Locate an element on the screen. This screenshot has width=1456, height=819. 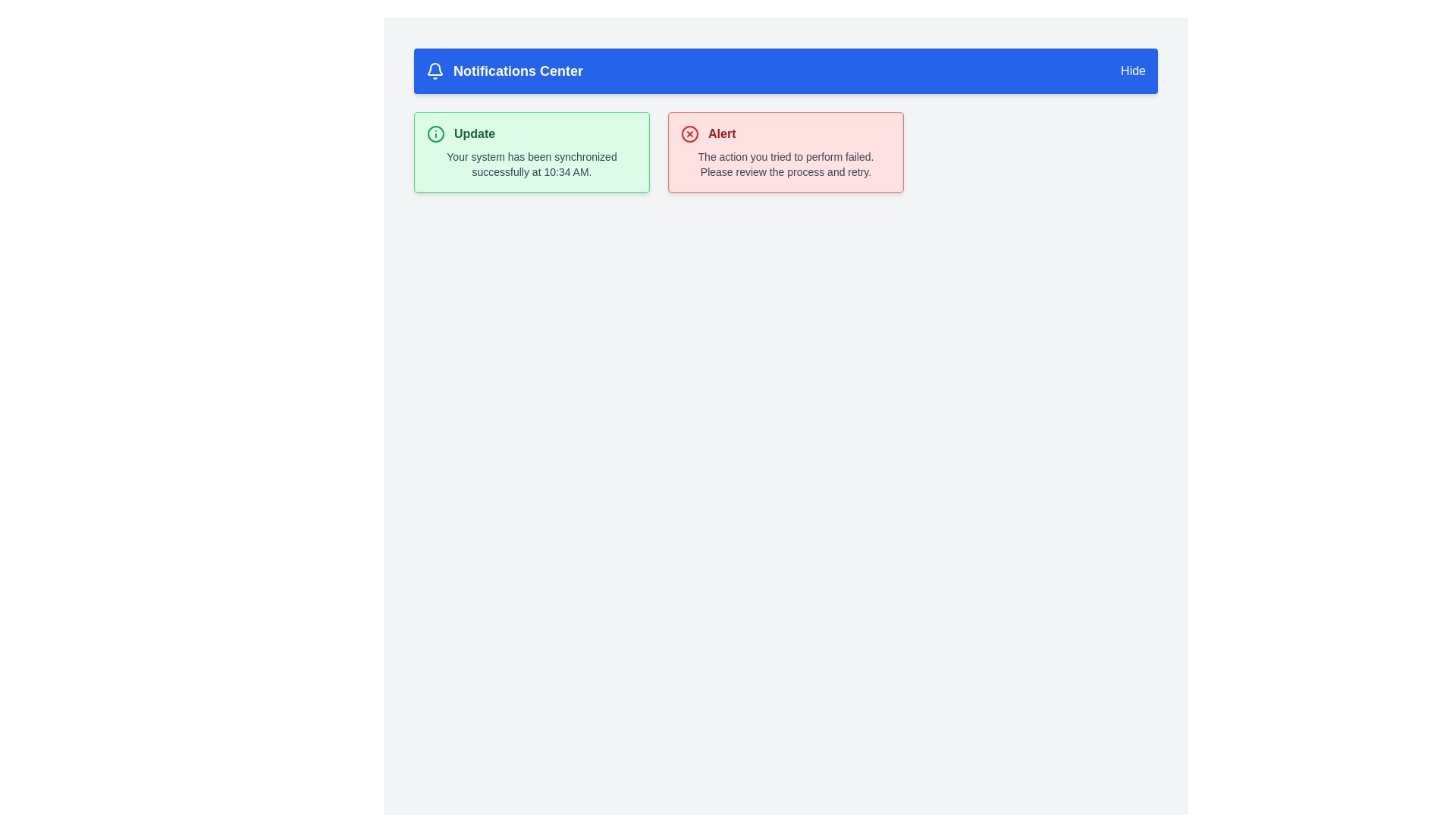
notification title labeled 'Alert' which is styled in bold red text and located next to a red circular icon at the top section of the alert notification card is located at coordinates (786, 133).